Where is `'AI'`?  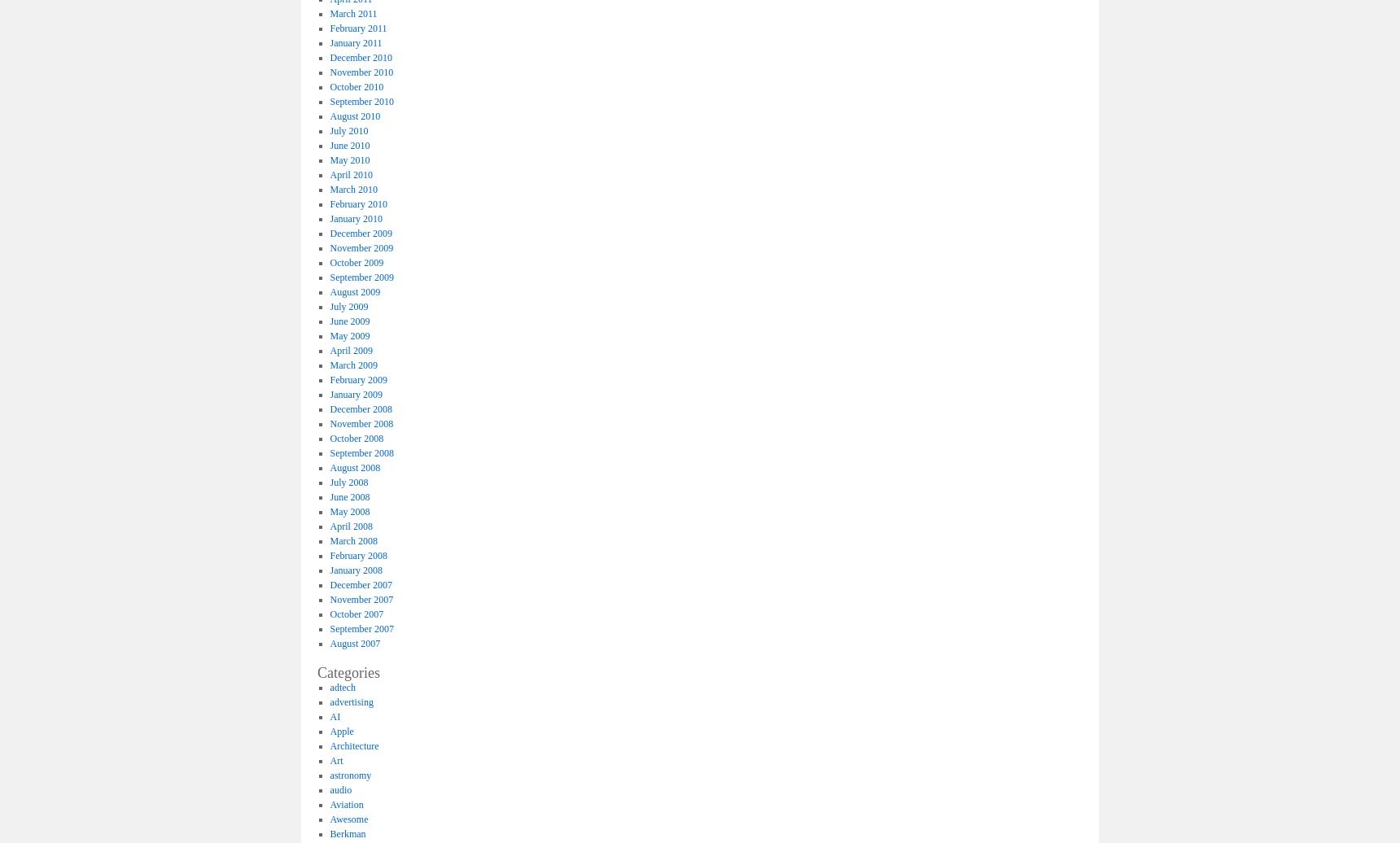 'AI' is located at coordinates (335, 715).